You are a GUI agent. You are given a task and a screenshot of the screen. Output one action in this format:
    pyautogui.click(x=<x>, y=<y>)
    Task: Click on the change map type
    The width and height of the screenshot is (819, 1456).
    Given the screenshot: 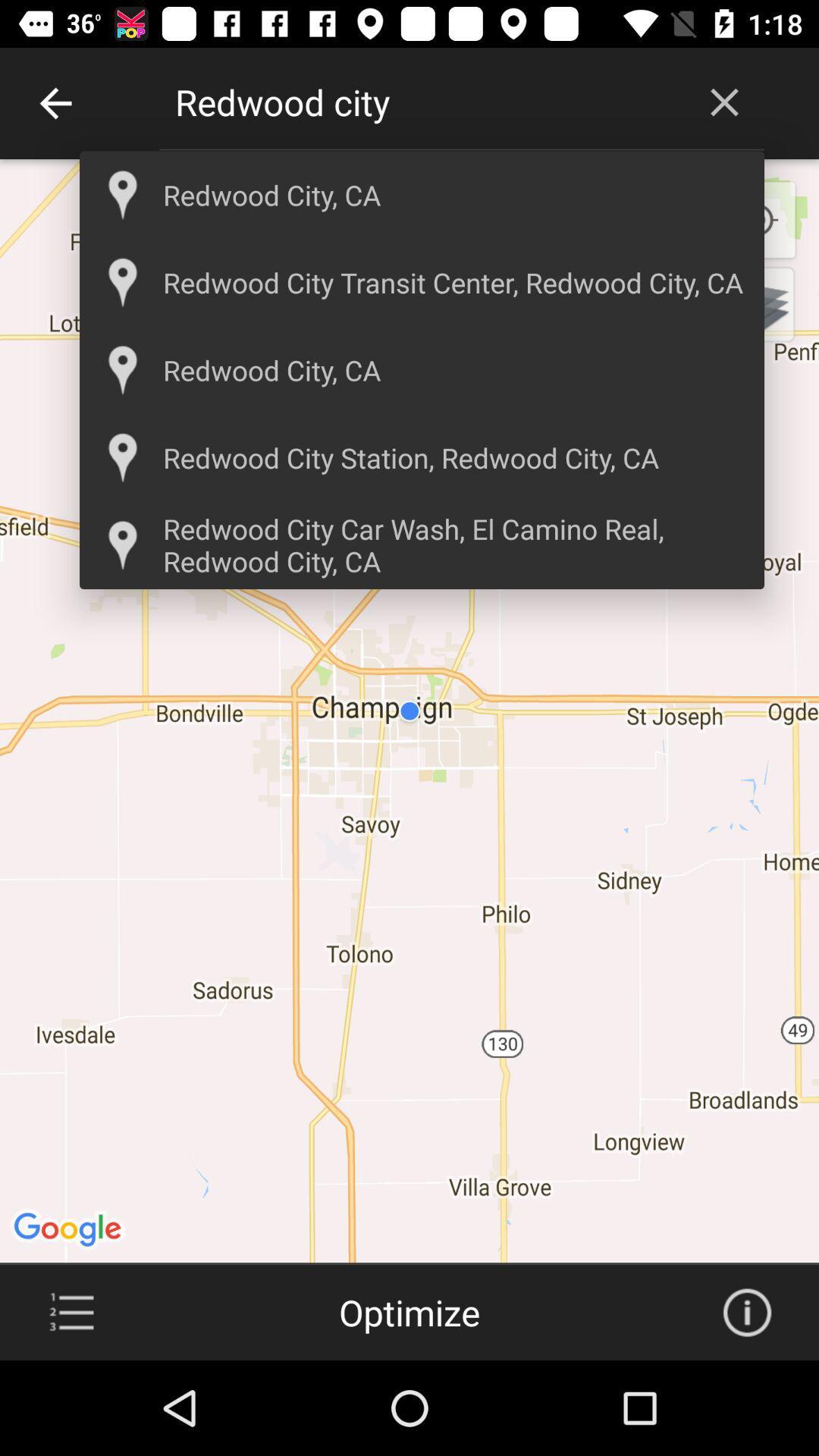 What is the action you would take?
    pyautogui.click(x=757, y=303)
    